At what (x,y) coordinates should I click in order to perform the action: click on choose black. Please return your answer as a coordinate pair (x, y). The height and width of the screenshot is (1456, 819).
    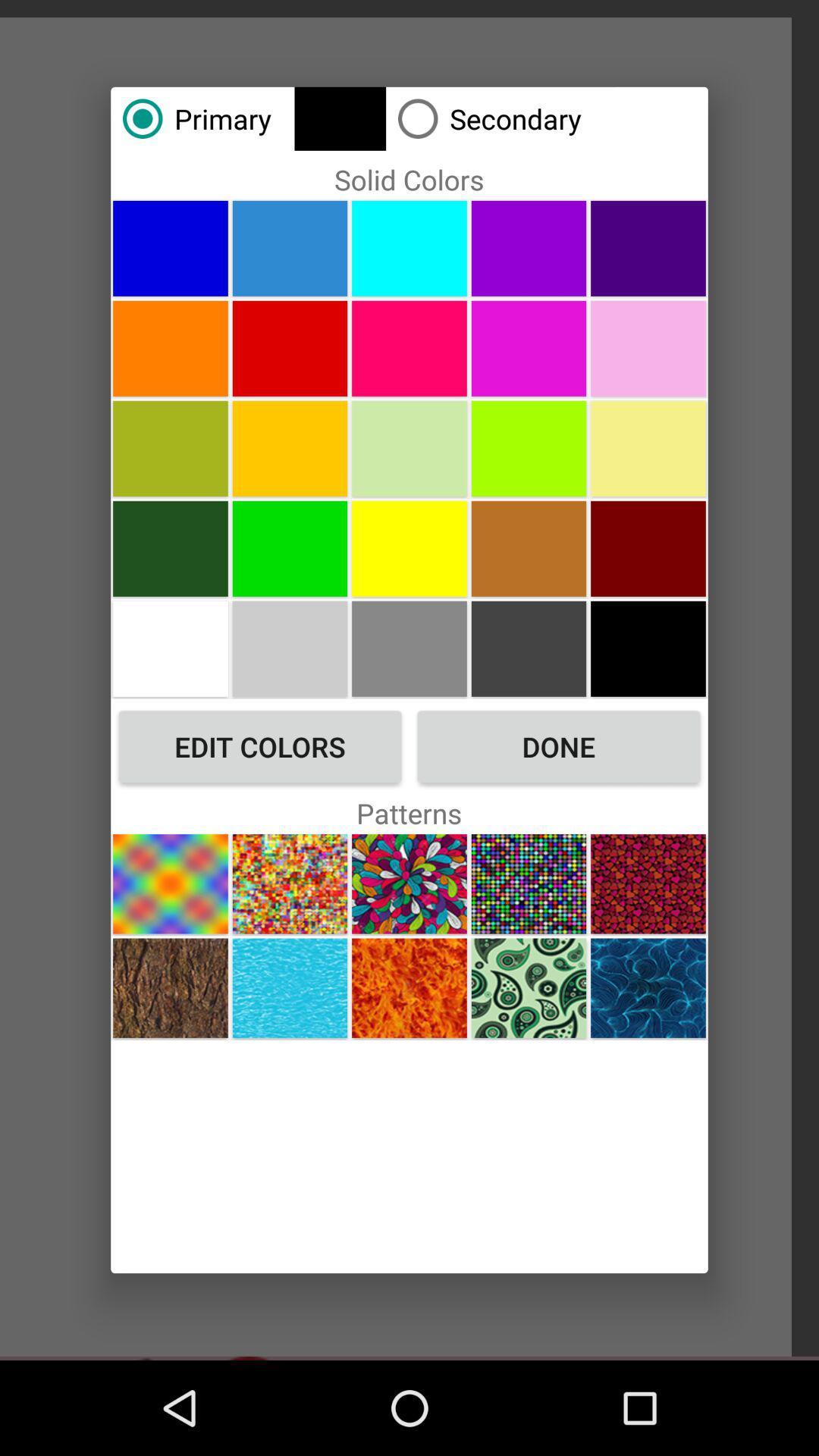
    Looking at the image, I should click on (648, 648).